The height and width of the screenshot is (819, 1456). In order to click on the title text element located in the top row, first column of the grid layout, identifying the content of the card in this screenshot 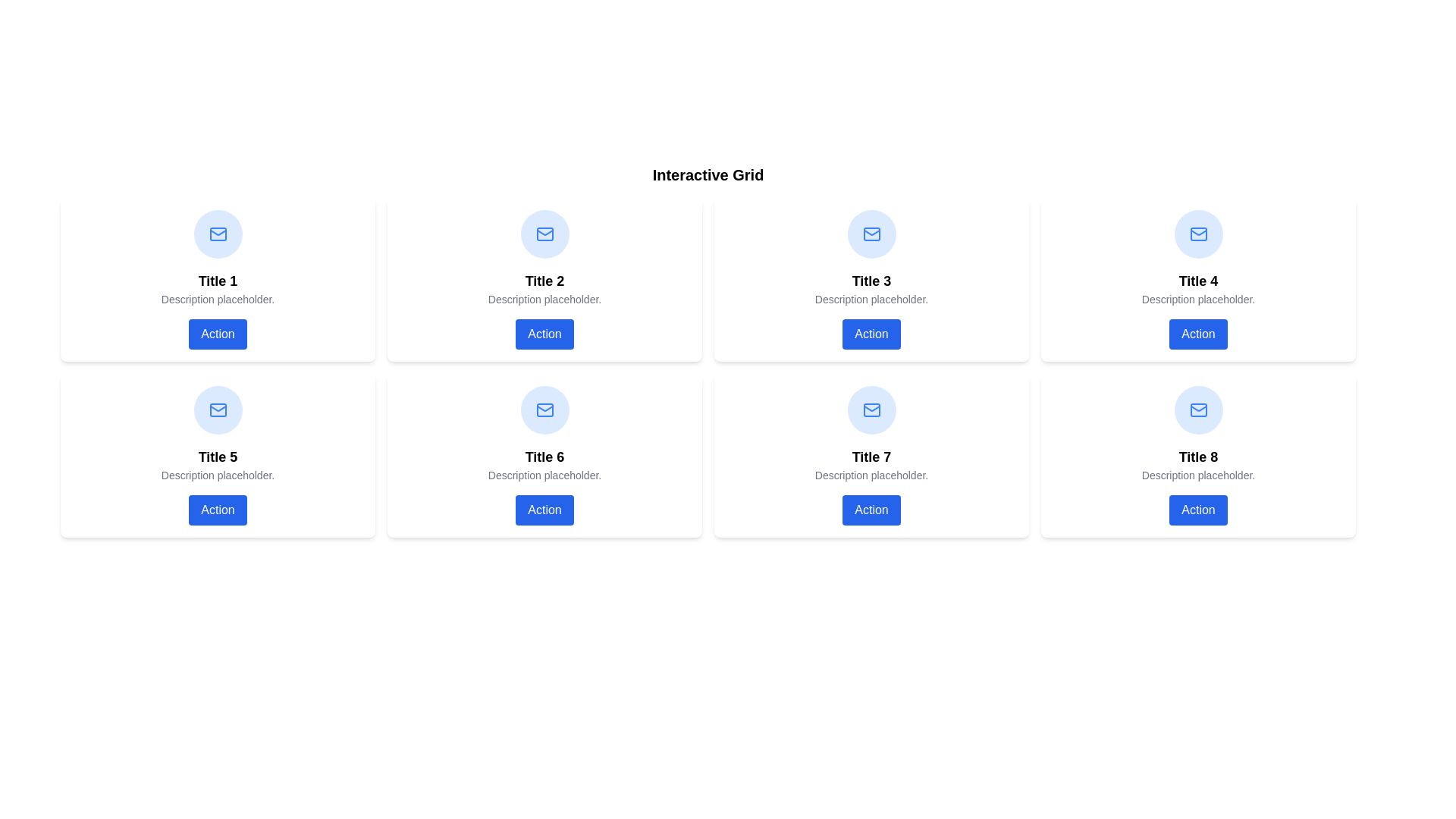, I will do `click(217, 281)`.